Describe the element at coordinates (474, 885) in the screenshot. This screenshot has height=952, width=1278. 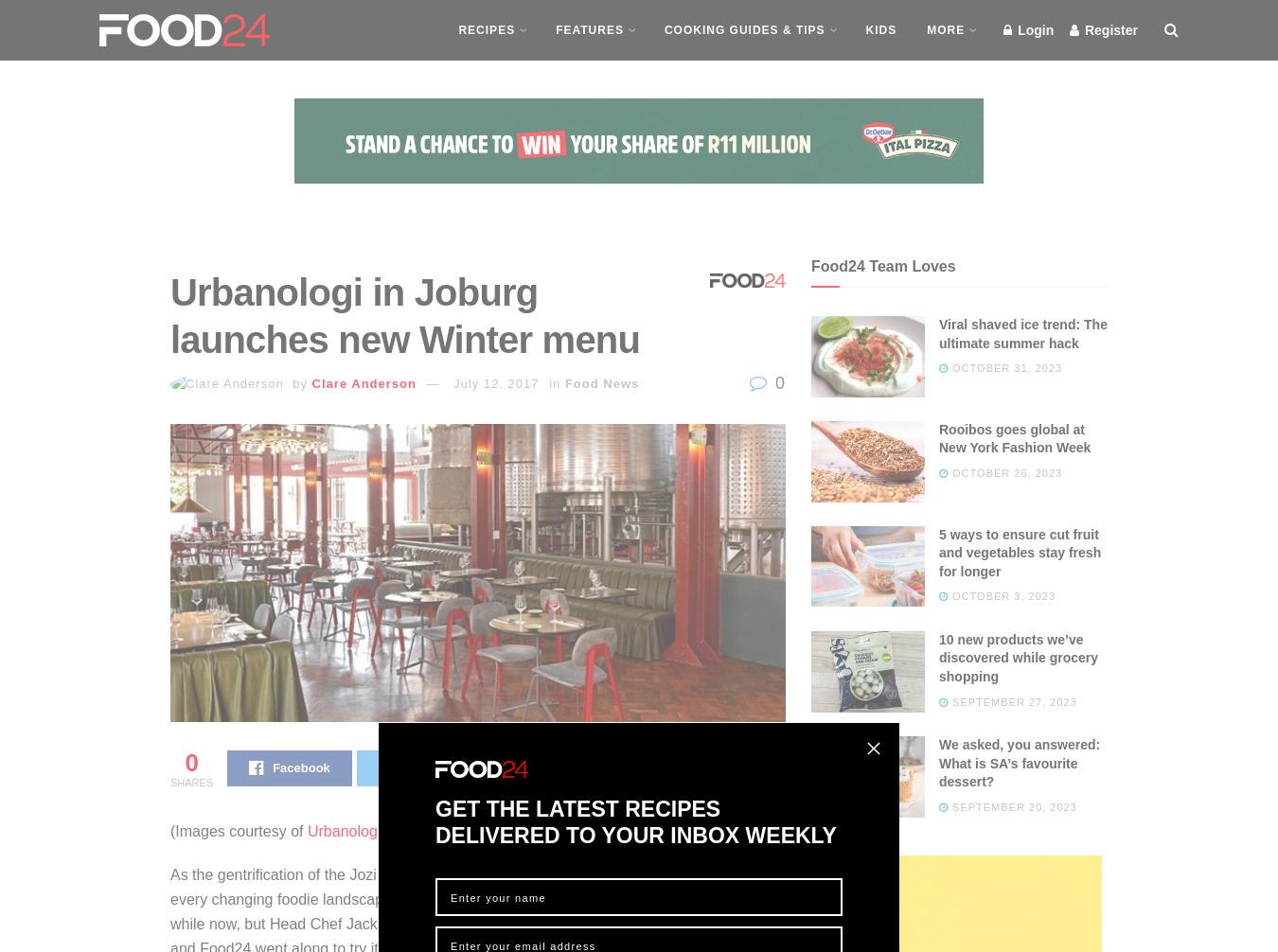
I see `'As the gentrification of the Jozi CBD continues, more and more exciting restaurants join the every changing foodie landscape of the Big City.'` at that location.